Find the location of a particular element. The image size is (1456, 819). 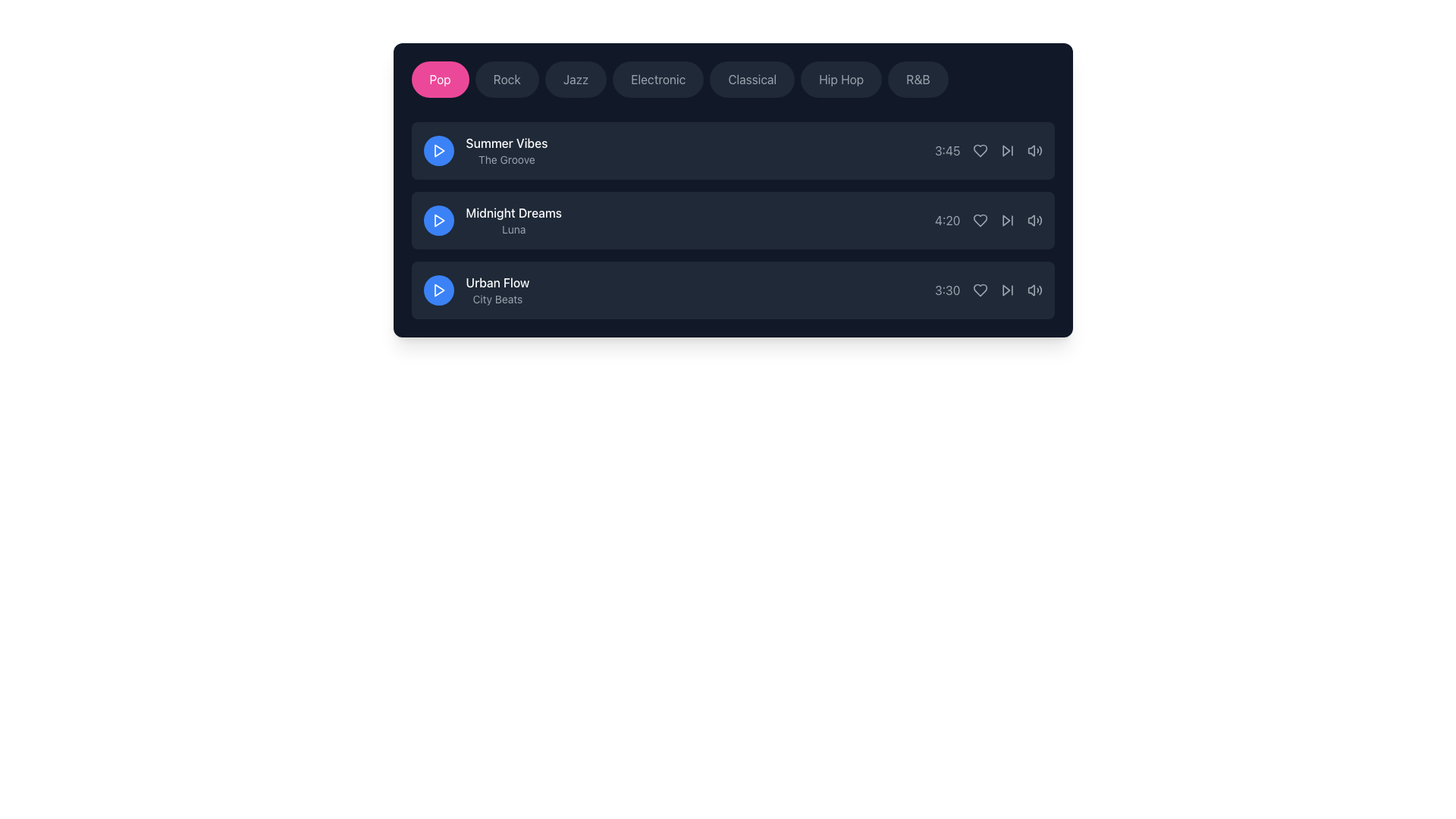

the text label displaying 'City Beats' in gray, smaller font size located under 'Urban Flow' is located at coordinates (497, 299).